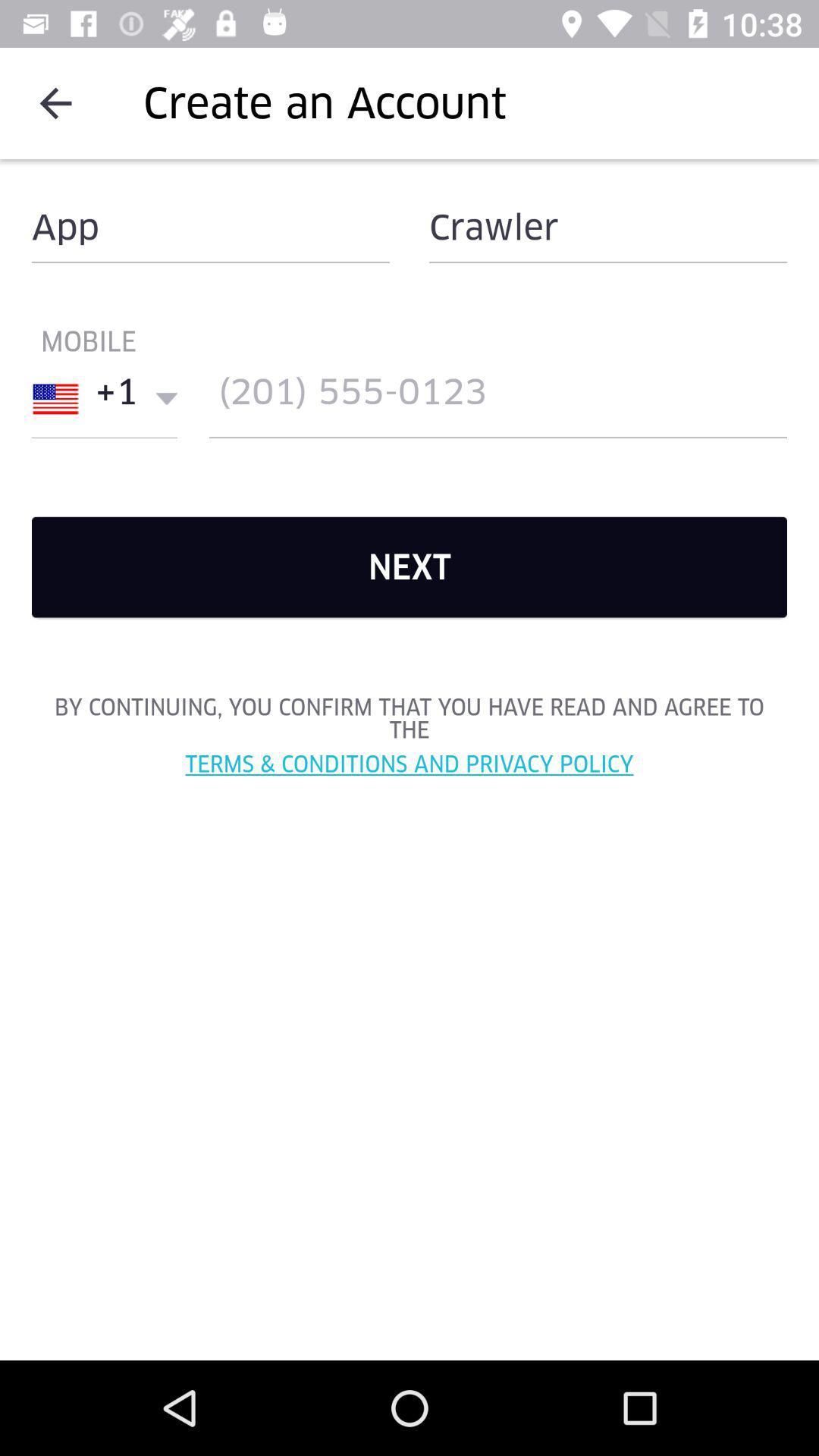 This screenshot has width=819, height=1456. Describe the element at coordinates (210, 226) in the screenshot. I see `the text below the create an account` at that location.